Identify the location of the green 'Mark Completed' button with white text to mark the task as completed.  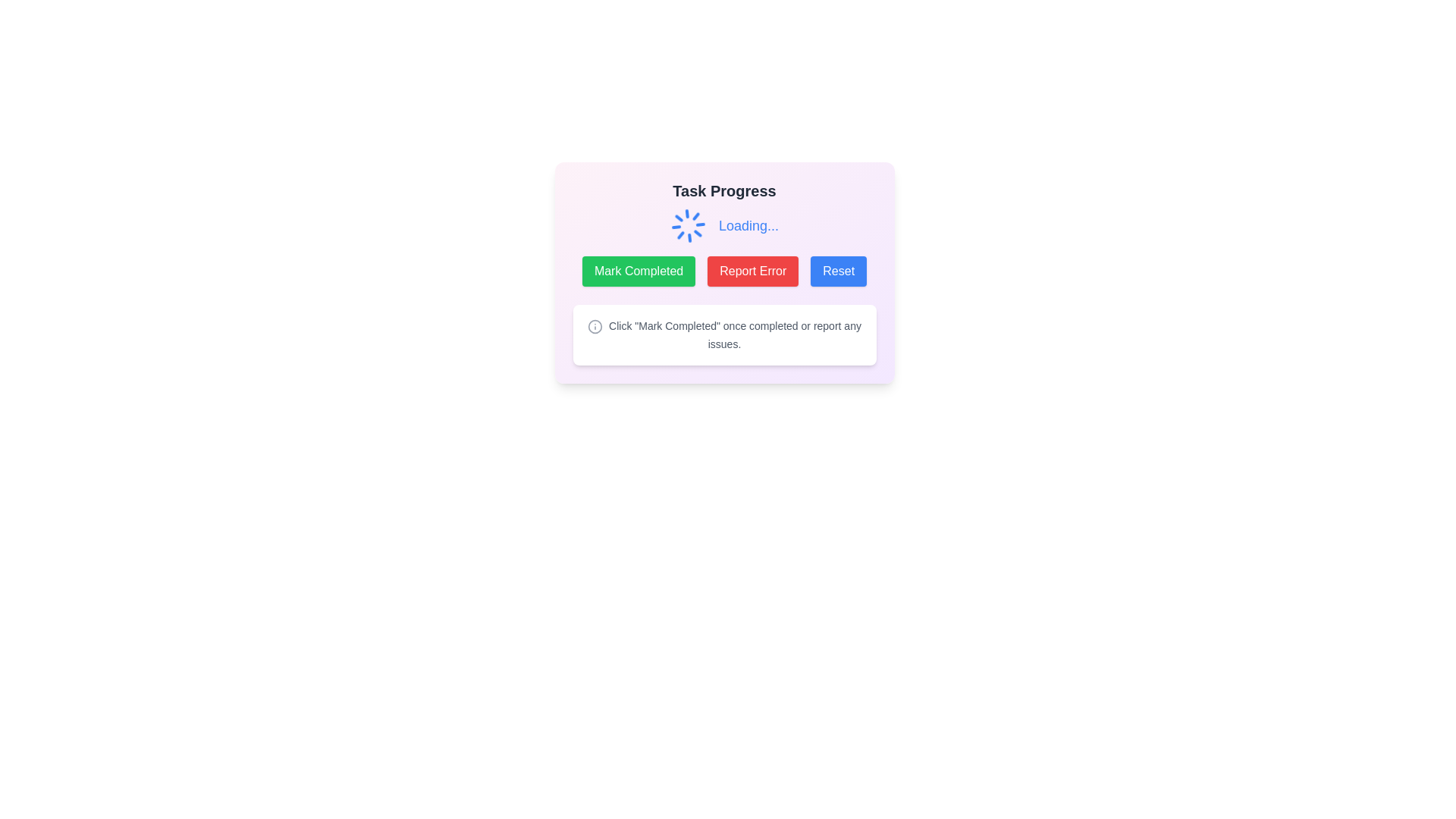
(639, 271).